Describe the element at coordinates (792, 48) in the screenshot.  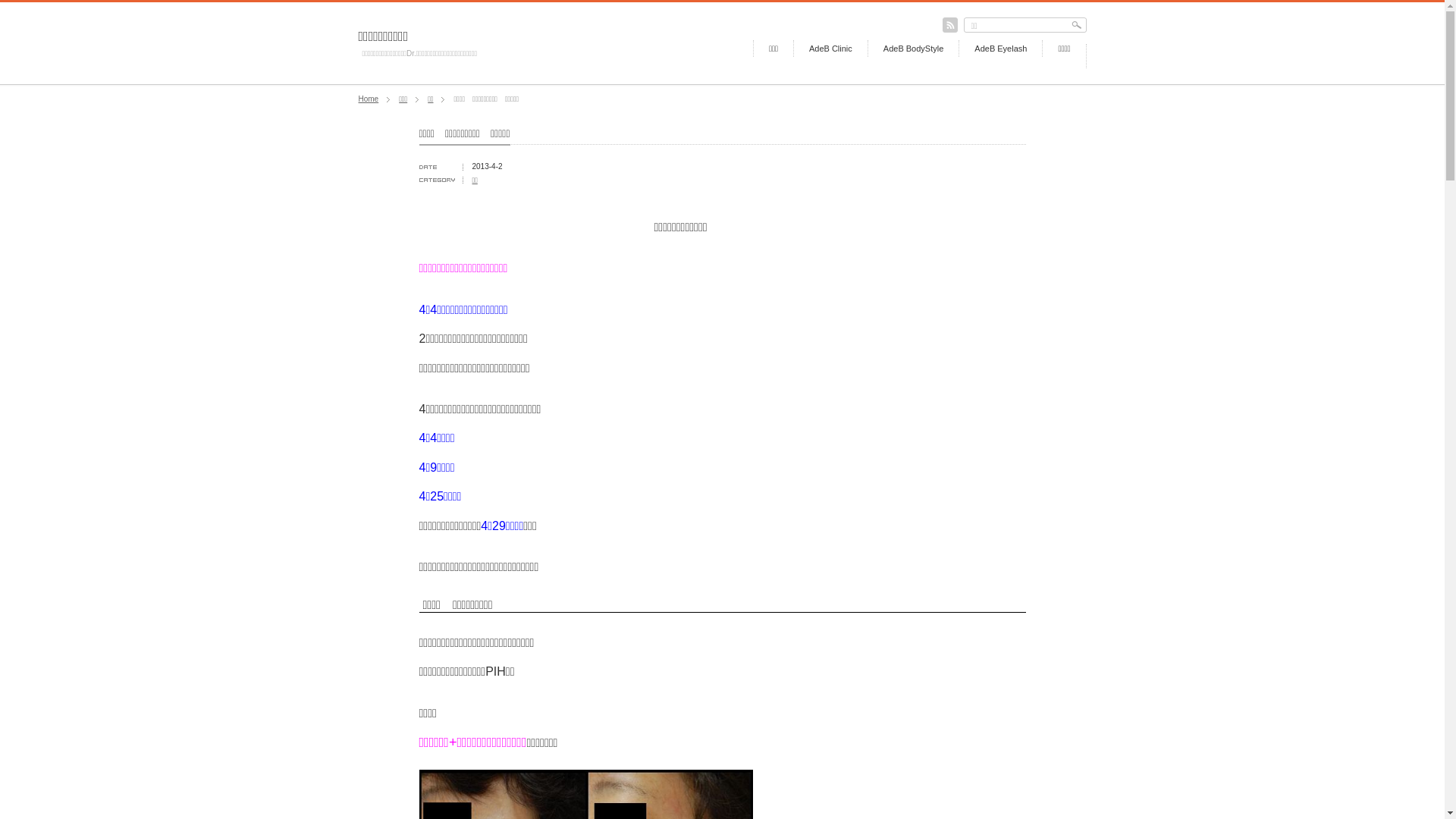
I see `'AdeB Clinic'` at that location.